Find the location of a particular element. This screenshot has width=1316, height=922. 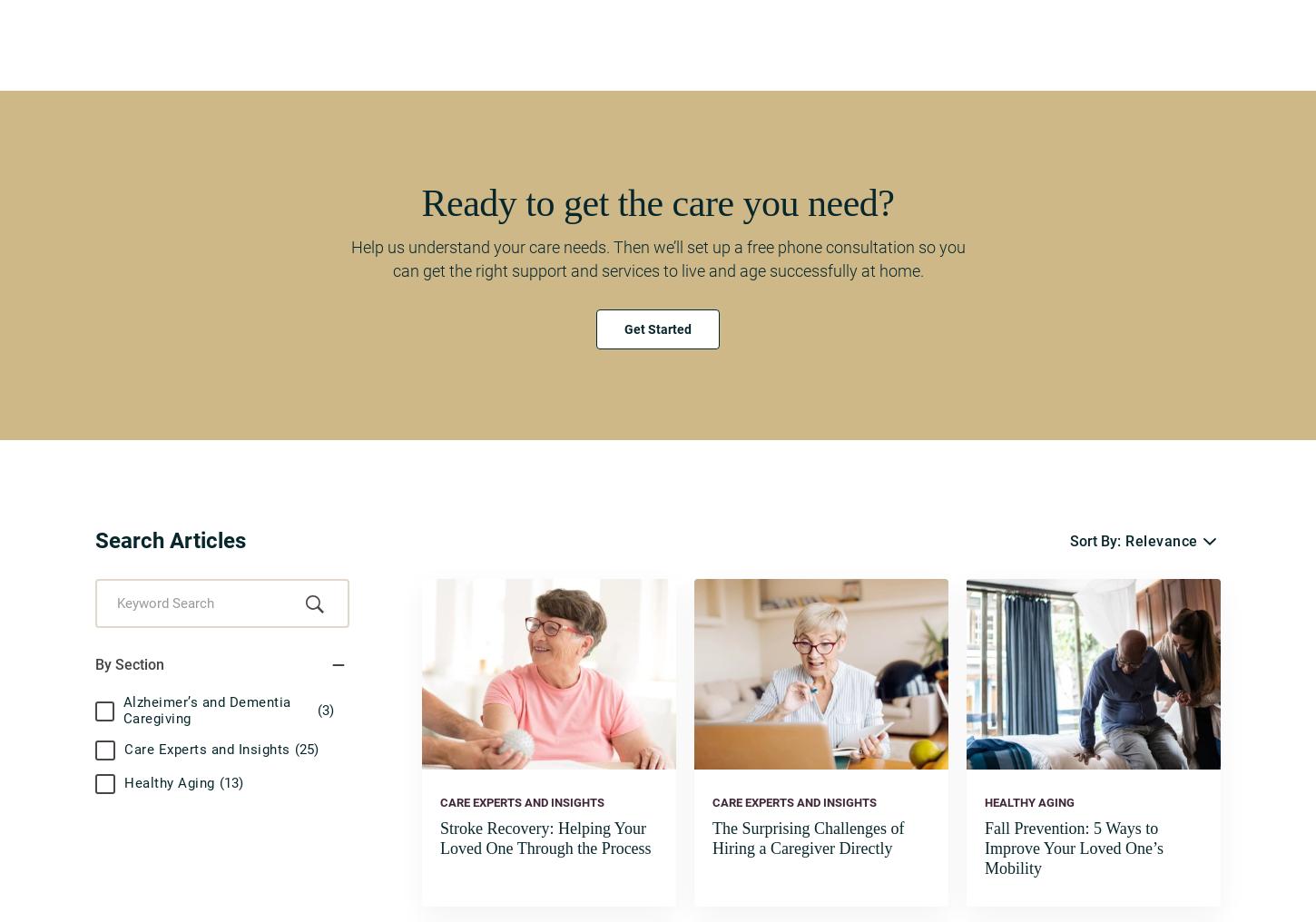

'By Section' is located at coordinates (128, 664).